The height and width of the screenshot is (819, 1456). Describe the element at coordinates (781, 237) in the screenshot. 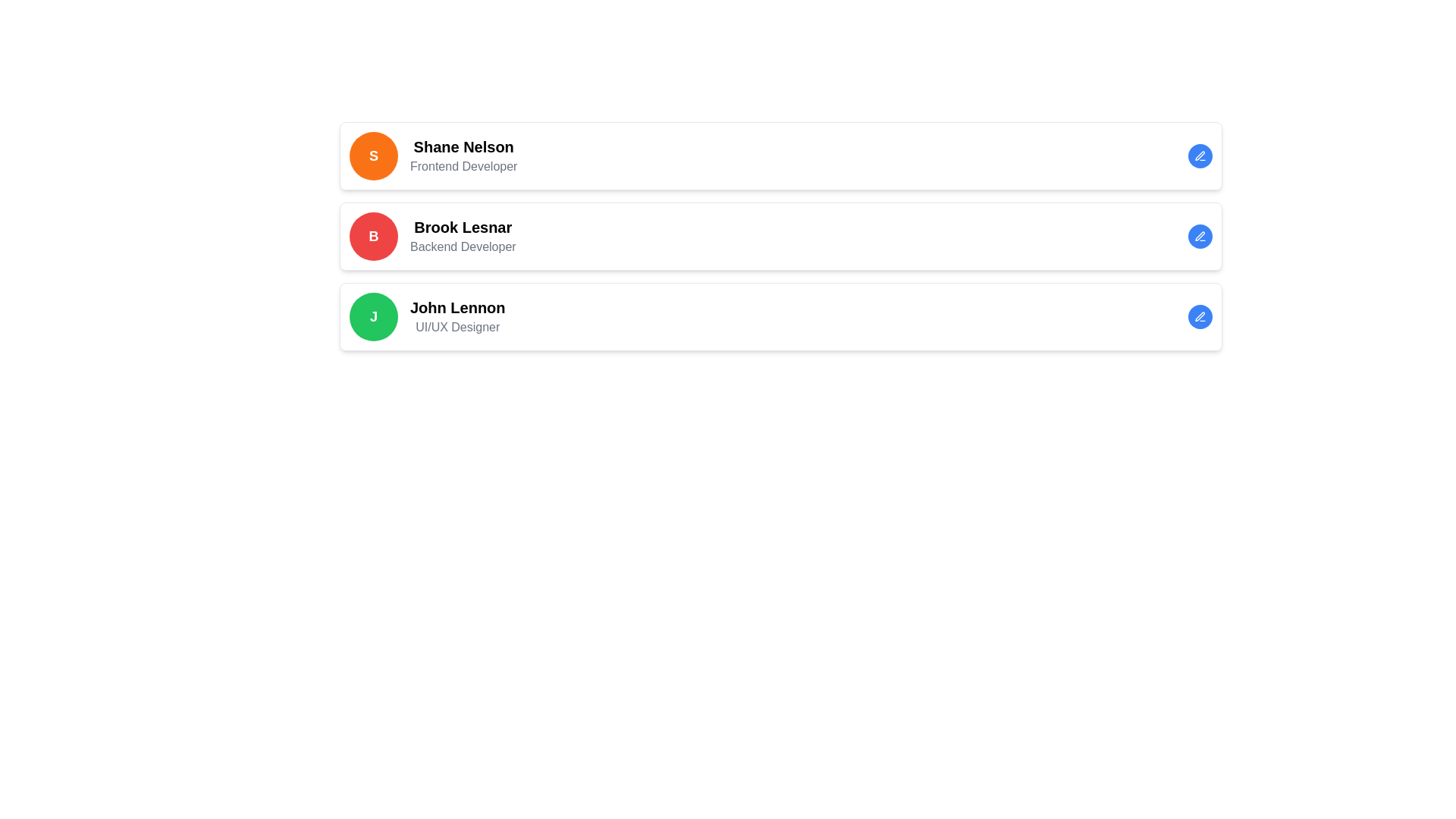

I see `profile information from the Profile card for 'Brook Lesnar', which includes the name in bold and the title 'Backend Developer' below it` at that location.